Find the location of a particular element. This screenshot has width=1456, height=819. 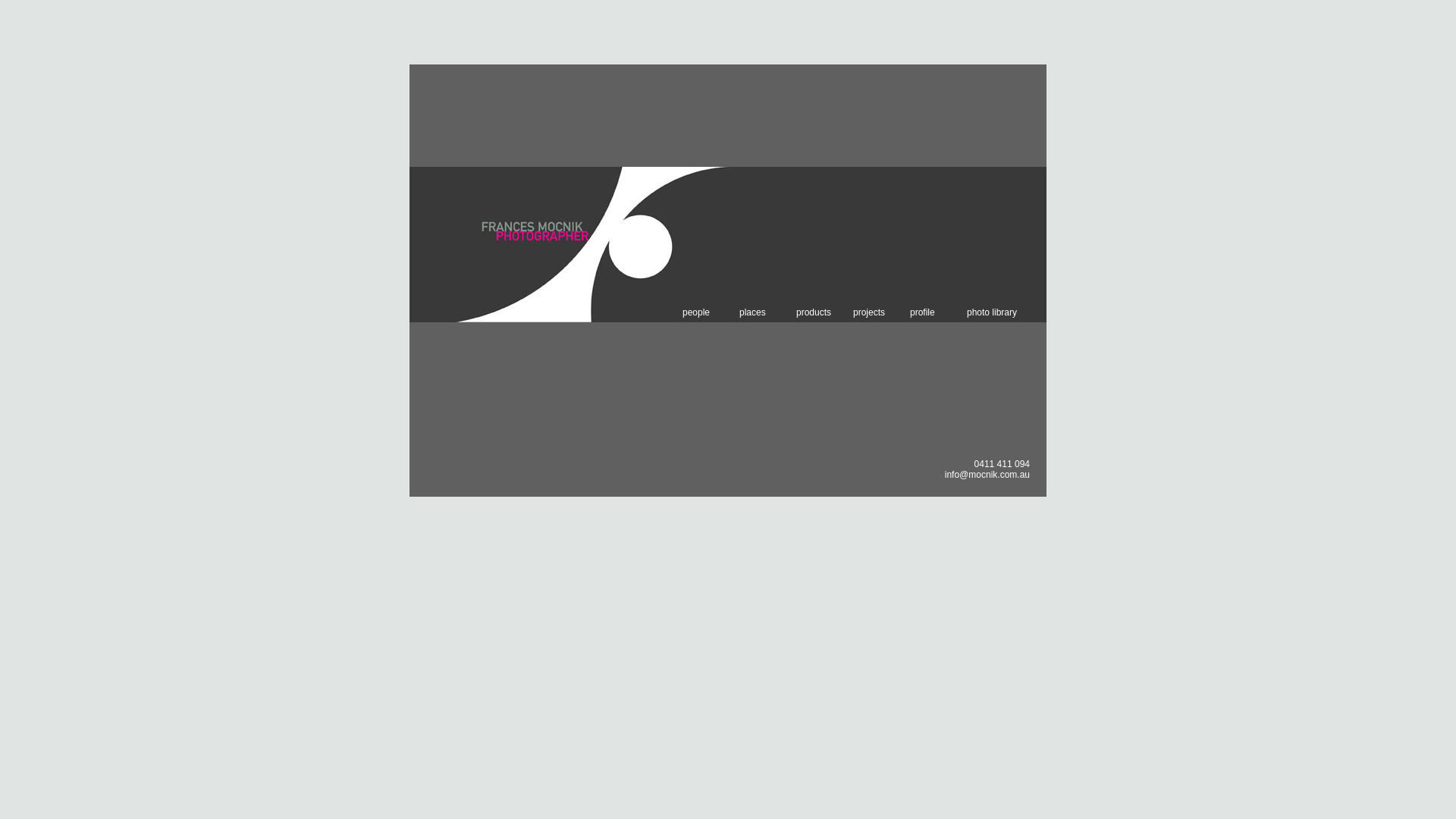

'profile' is located at coordinates (937, 312).